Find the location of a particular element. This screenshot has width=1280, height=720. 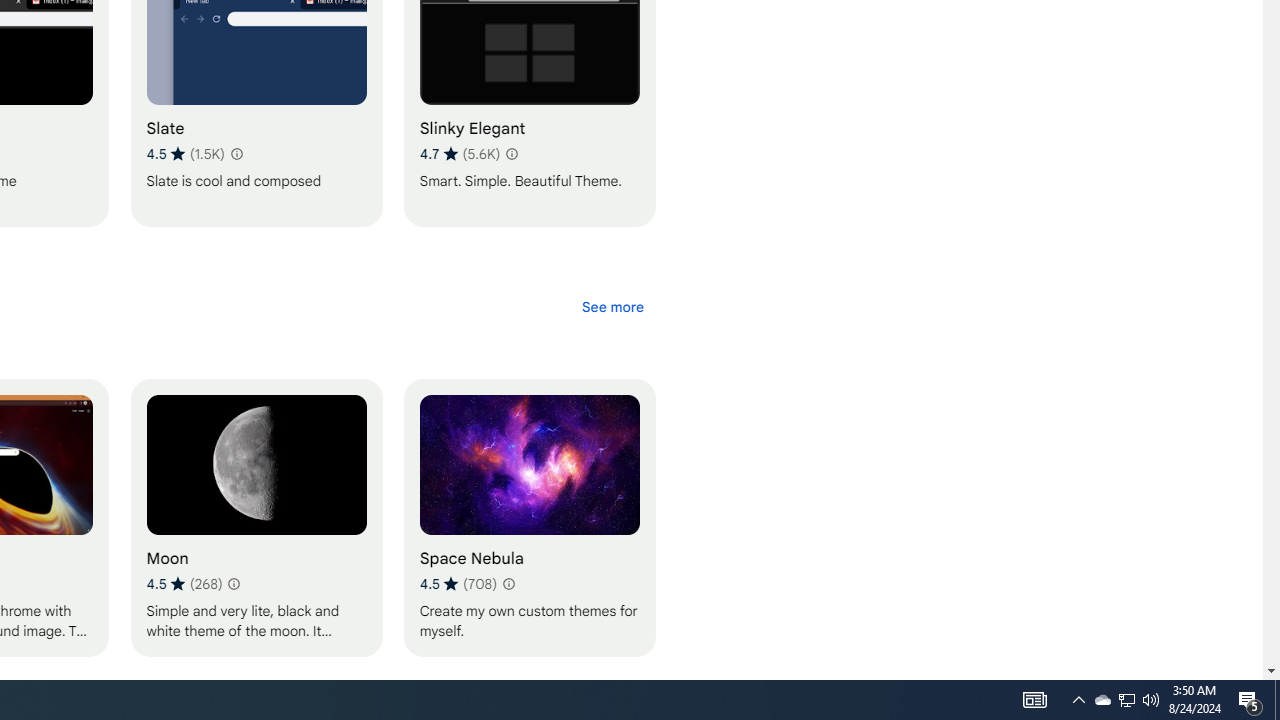

'Learn more about results and reviews "Space Nebula"' is located at coordinates (508, 583).